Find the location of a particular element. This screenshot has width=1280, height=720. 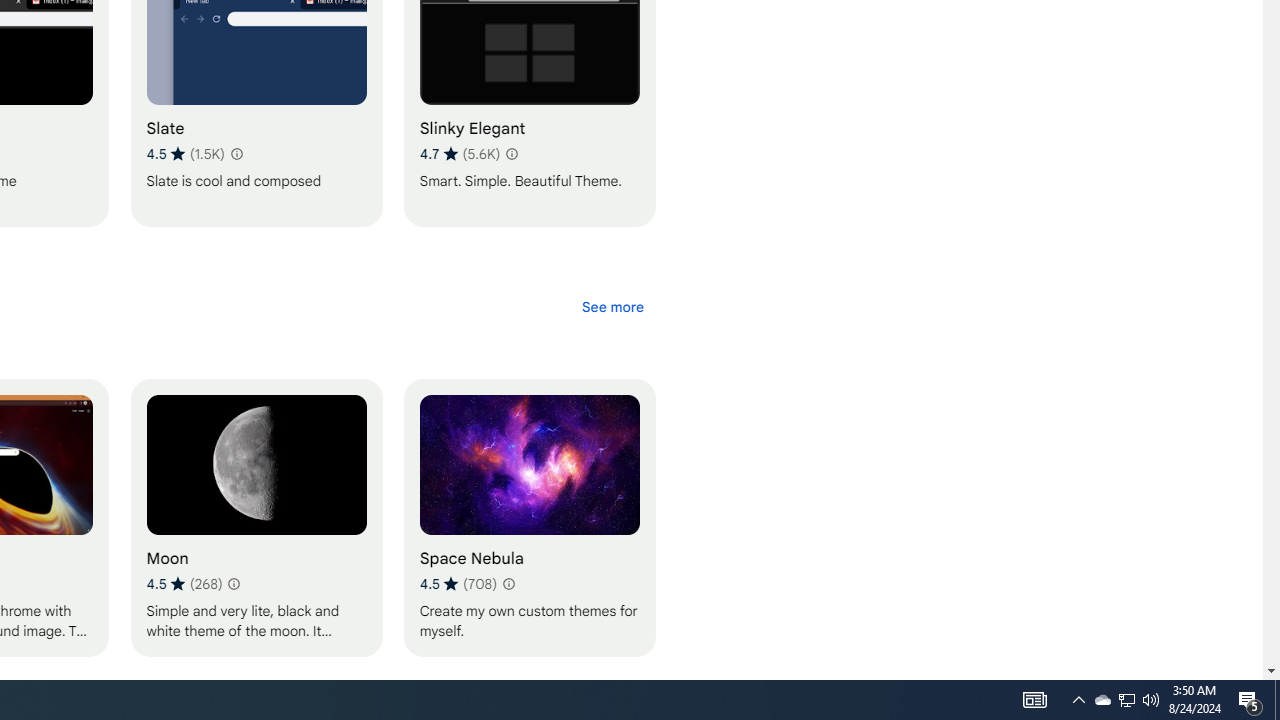

'Learn more about results and reviews "Space Nebula"' is located at coordinates (508, 583).